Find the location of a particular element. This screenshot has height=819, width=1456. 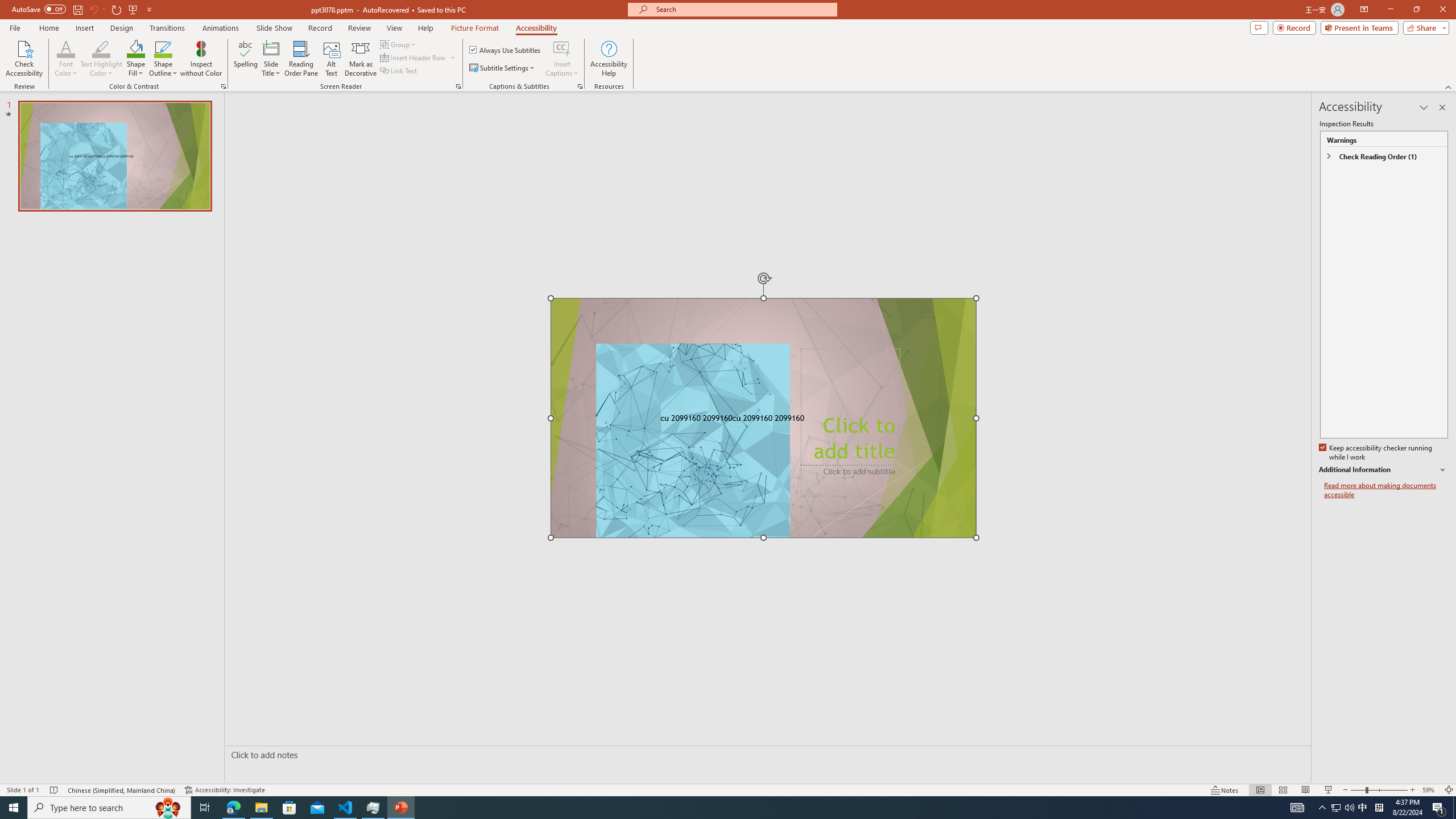

'Shape Outline' is located at coordinates (164, 59).